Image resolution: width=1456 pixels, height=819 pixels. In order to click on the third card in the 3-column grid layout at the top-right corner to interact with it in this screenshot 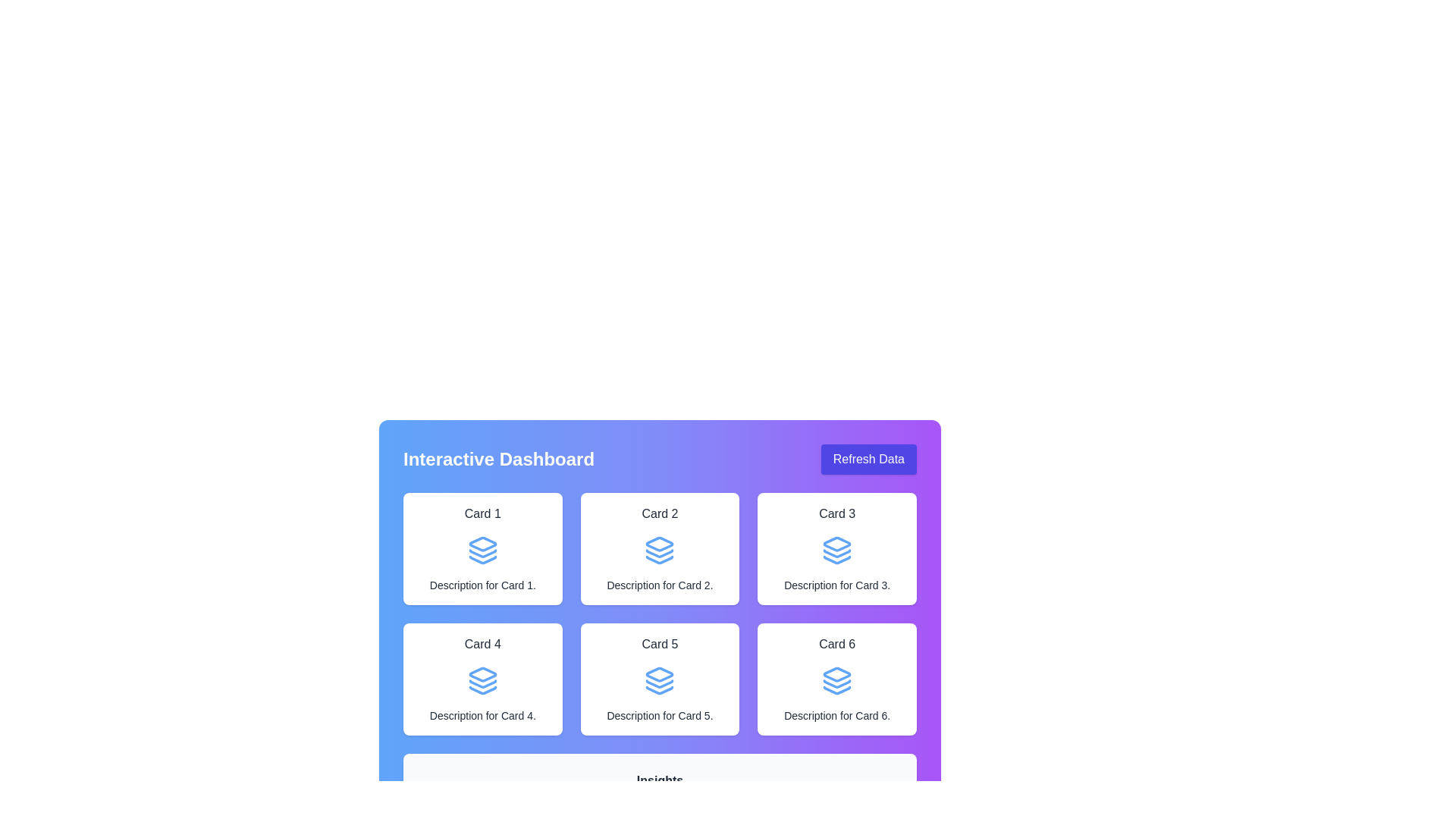, I will do `click(836, 549)`.